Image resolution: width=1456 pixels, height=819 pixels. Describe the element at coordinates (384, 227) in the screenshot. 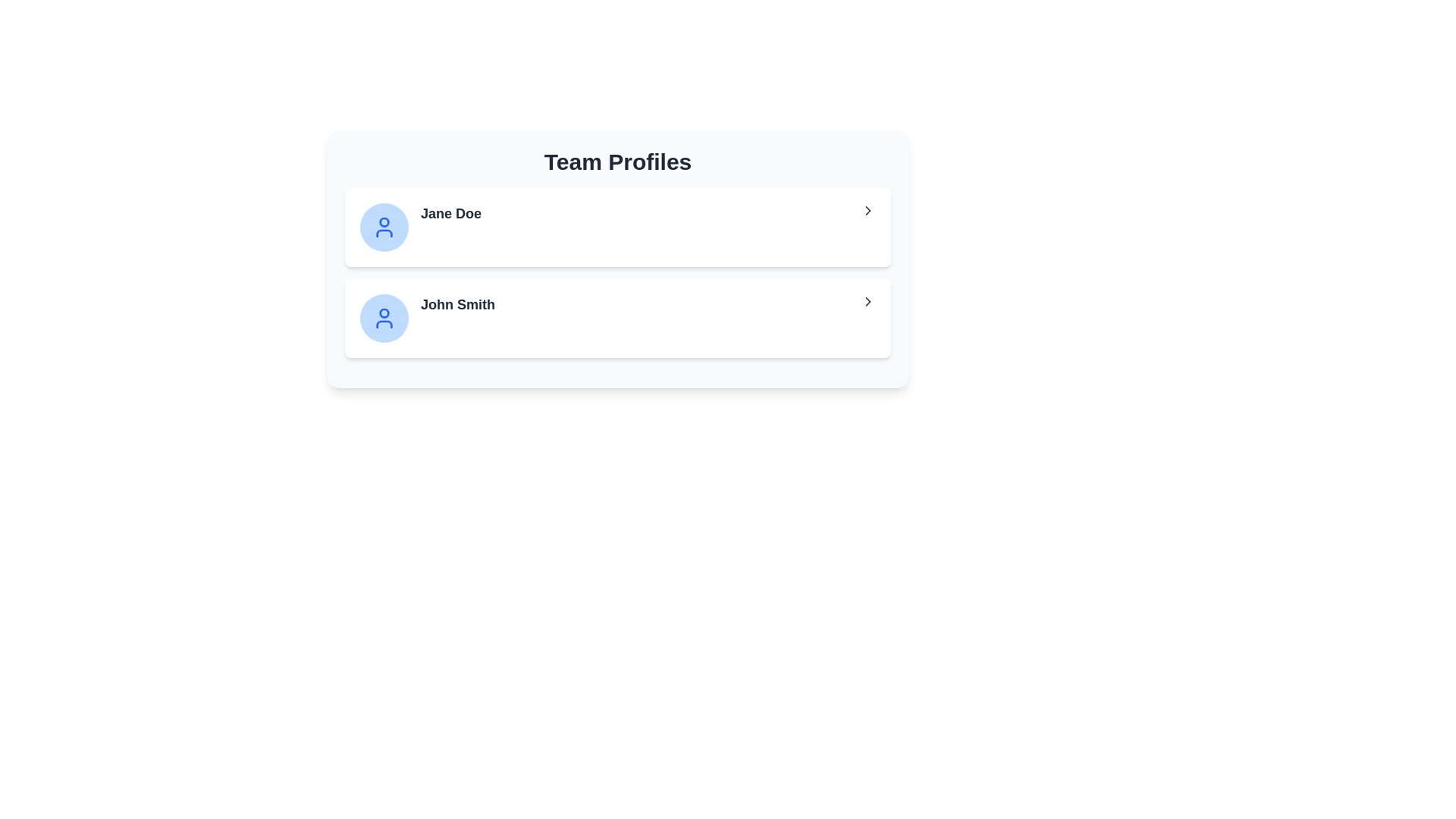

I see `the user profile icon for 'John Smith' located within a blue circular background in the second row of the 'Team Profiles' section` at that location.